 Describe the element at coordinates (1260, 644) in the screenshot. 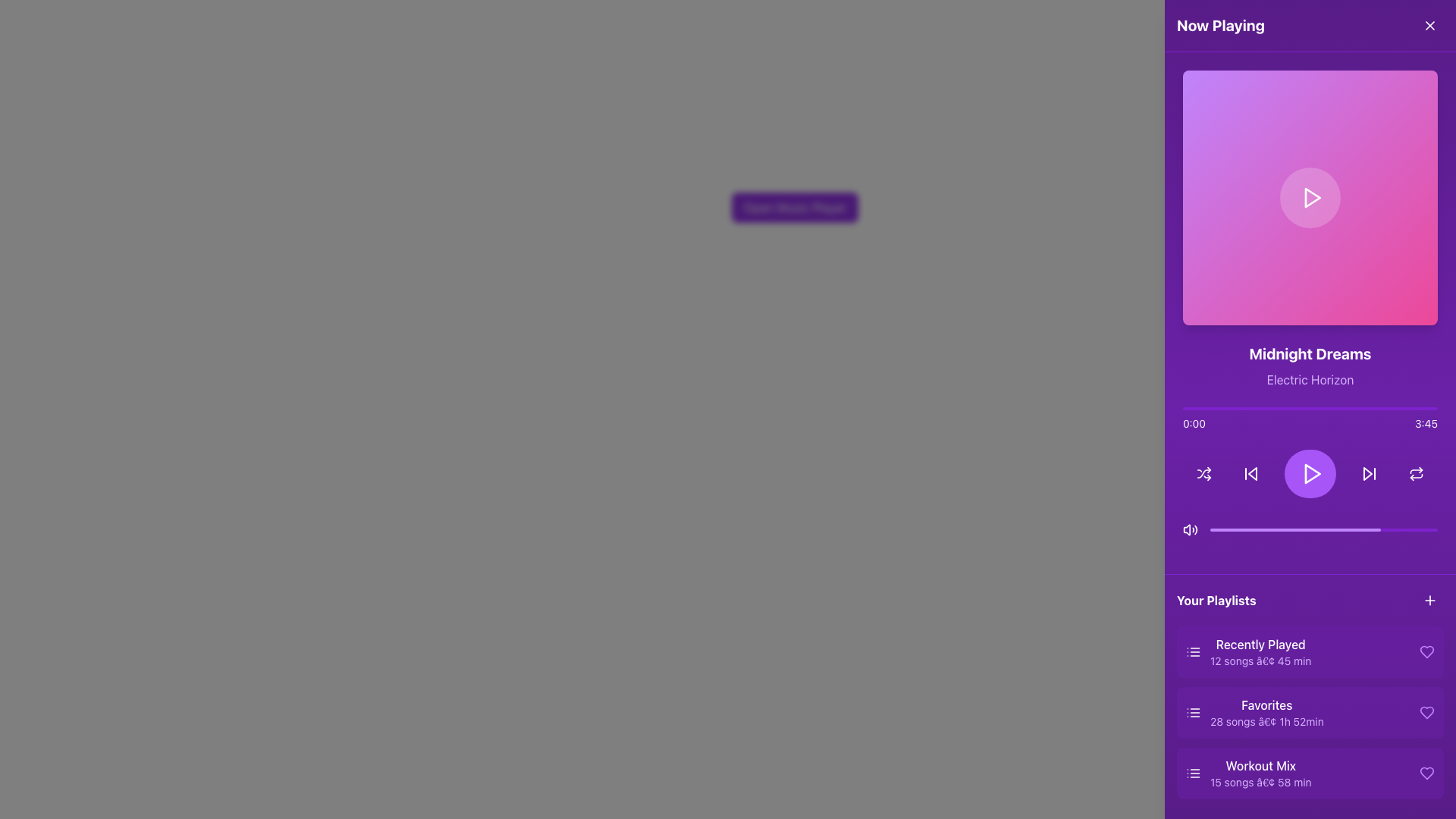

I see `the 'Recently Played' text label, which is a medium-sized purple font title in the playlist interface, positioned in the 'Your Playlists' section` at that location.